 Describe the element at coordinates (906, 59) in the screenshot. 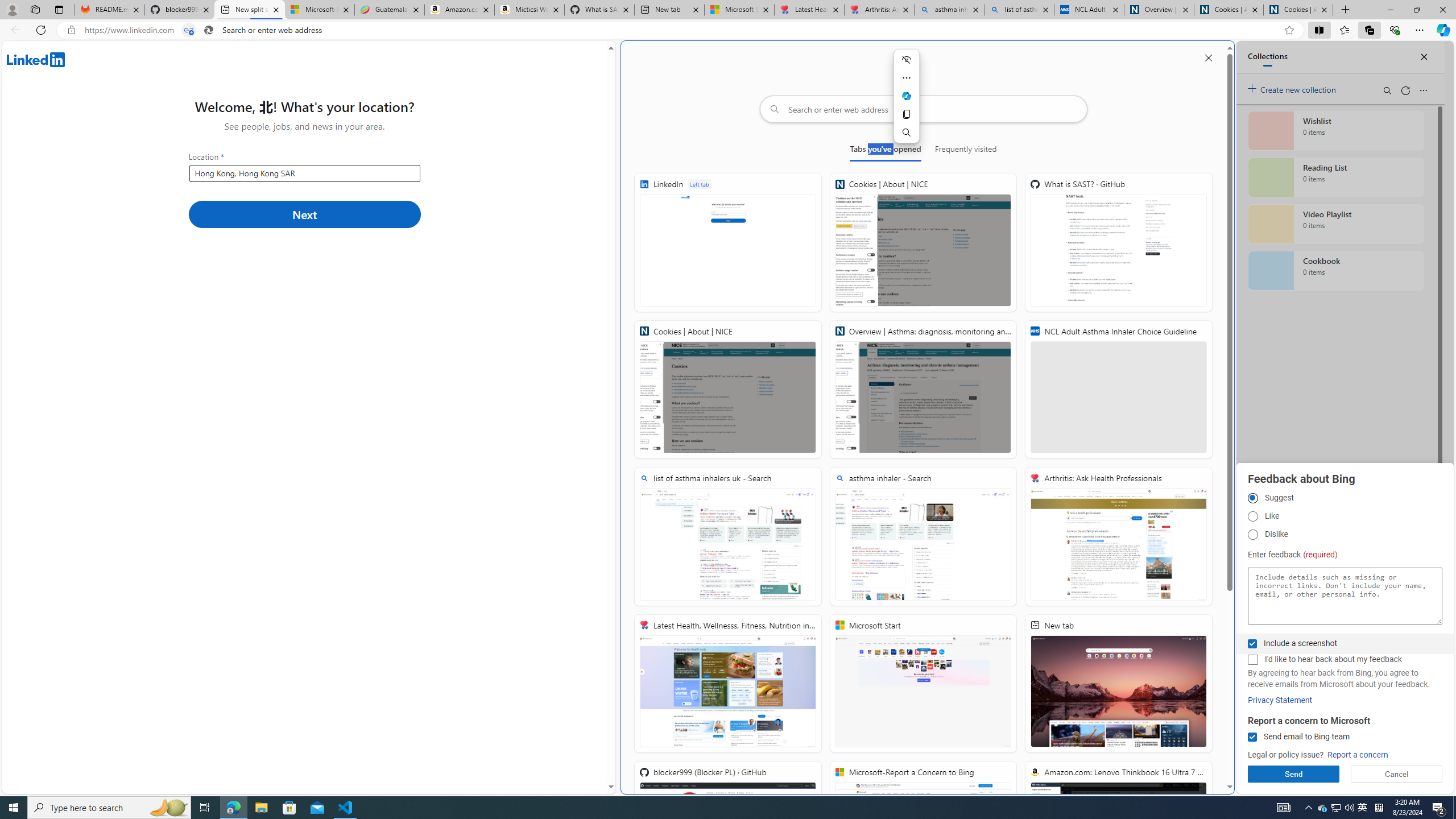

I see `'Hide menu'` at that location.